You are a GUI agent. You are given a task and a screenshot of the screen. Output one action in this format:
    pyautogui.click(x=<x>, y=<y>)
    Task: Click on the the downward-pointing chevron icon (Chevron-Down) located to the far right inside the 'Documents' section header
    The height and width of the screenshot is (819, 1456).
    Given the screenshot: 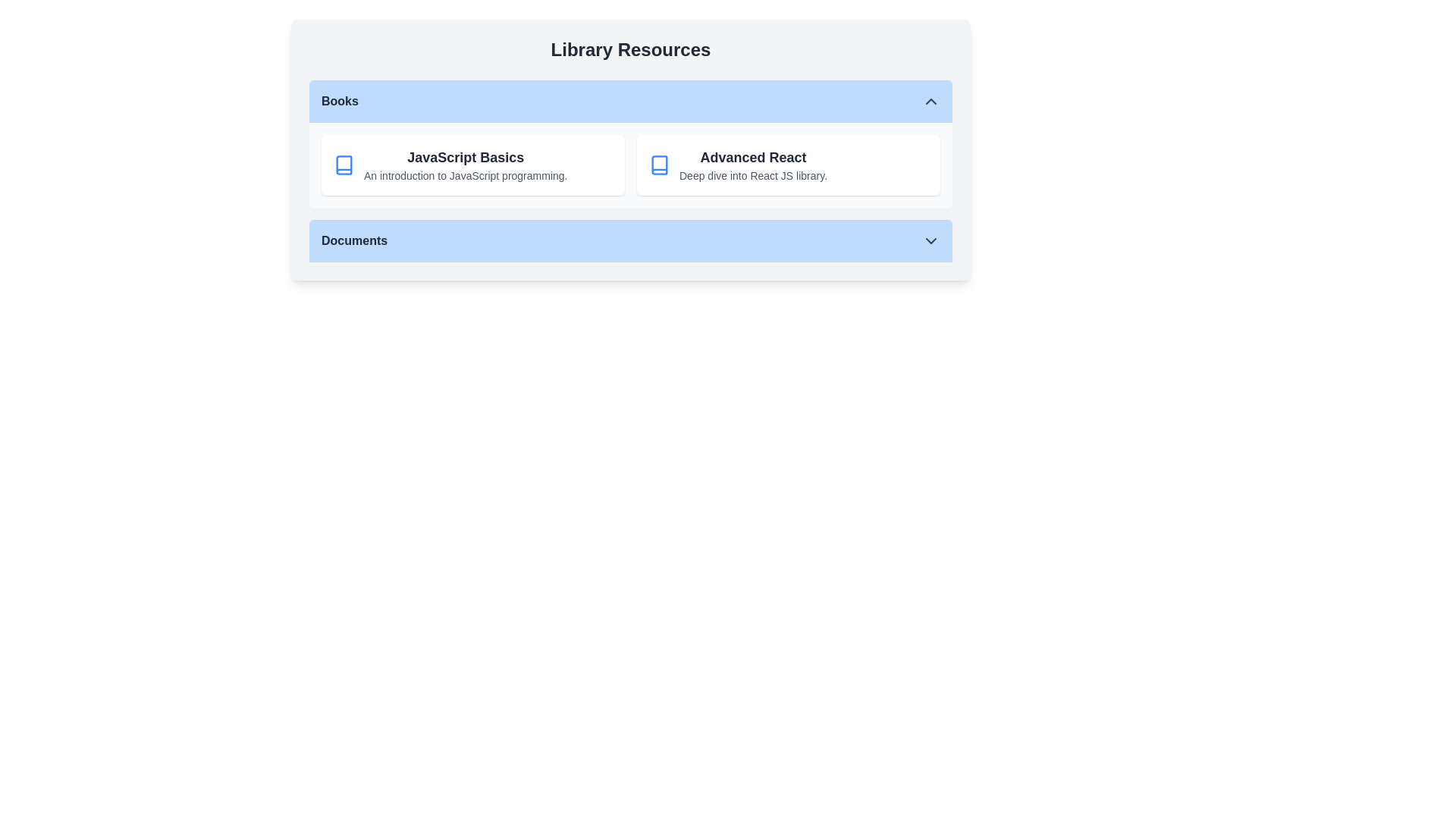 What is the action you would take?
    pyautogui.click(x=930, y=240)
    